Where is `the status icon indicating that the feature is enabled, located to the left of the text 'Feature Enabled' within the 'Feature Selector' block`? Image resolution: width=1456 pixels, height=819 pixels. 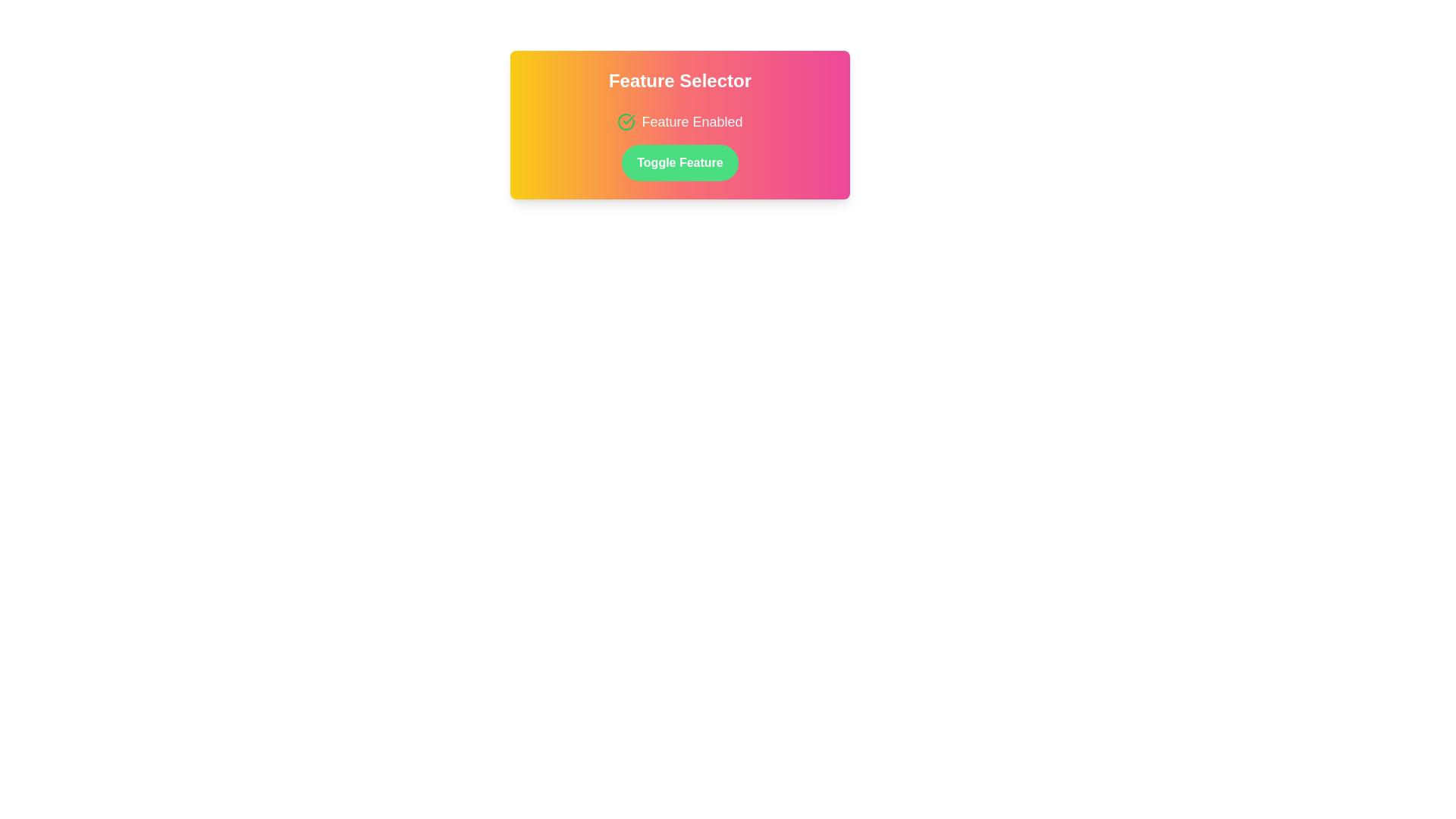 the status icon indicating that the feature is enabled, located to the left of the text 'Feature Enabled' within the 'Feature Selector' block is located at coordinates (626, 121).